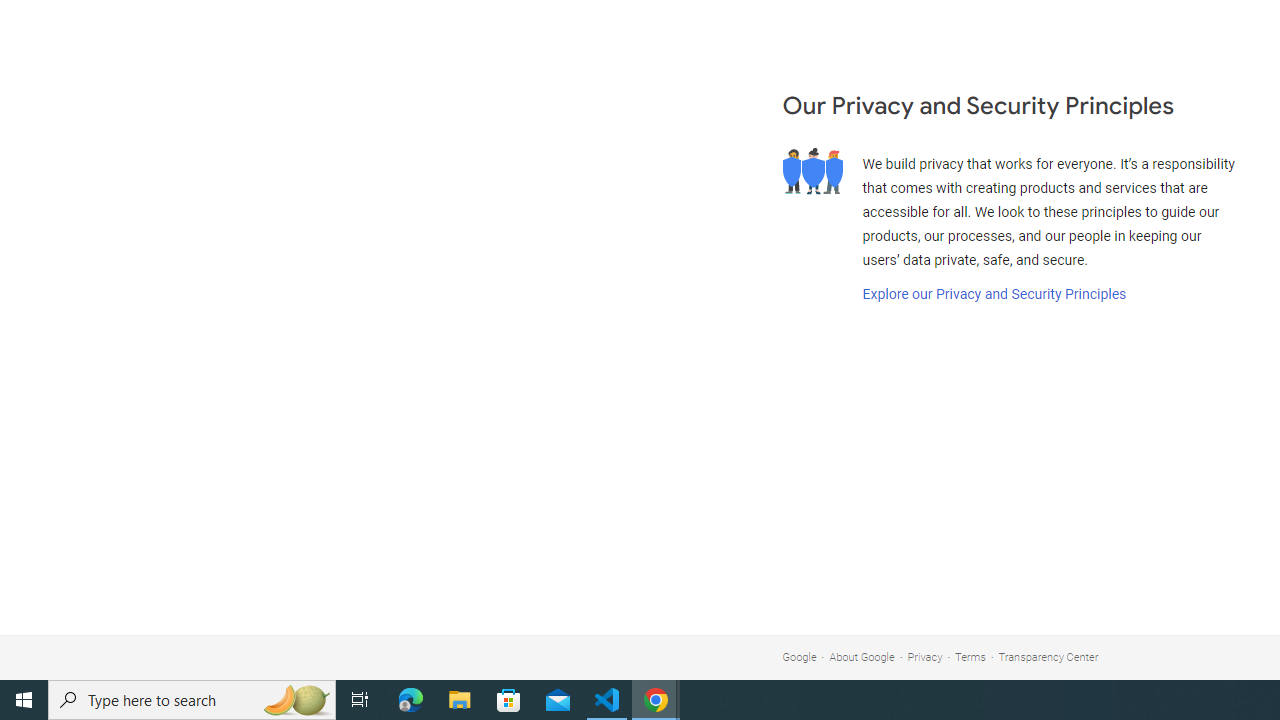  What do you see at coordinates (862, 657) in the screenshot?
I see `'About Google'` at bounding box center [862, 657].